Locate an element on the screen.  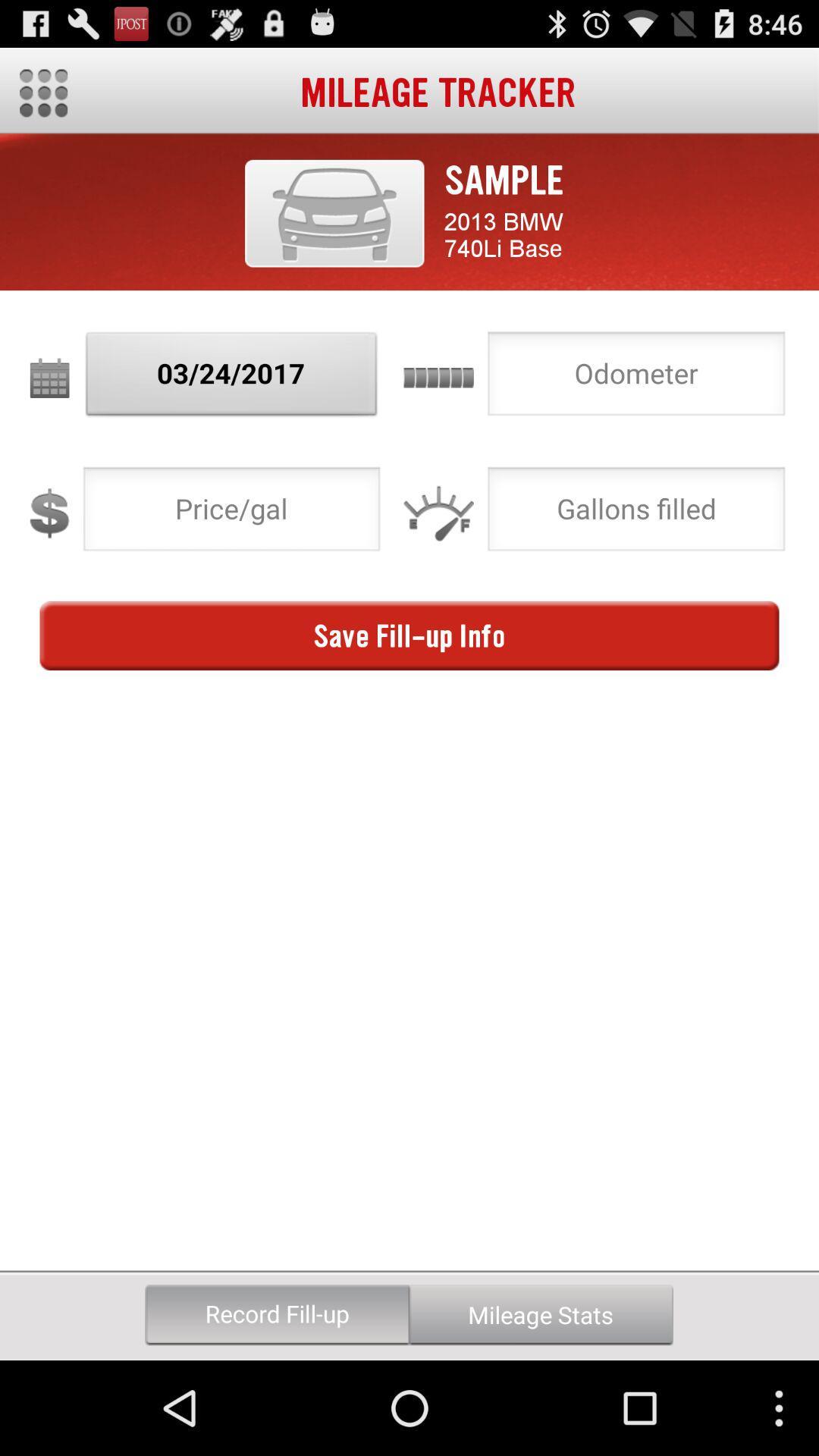
price is located at coordinates (231, 513).